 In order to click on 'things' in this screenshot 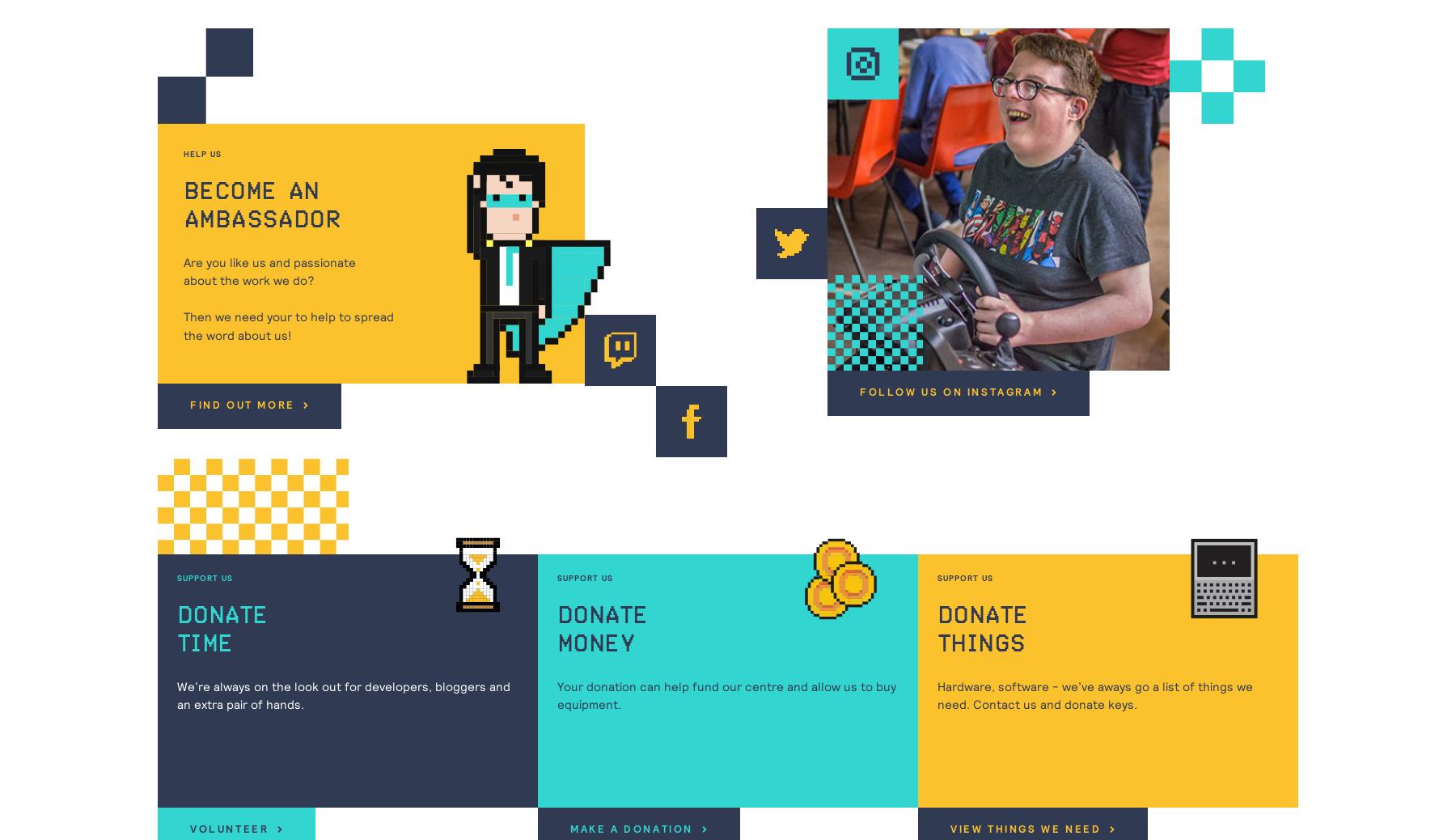, I will do `click(937, 644)`.